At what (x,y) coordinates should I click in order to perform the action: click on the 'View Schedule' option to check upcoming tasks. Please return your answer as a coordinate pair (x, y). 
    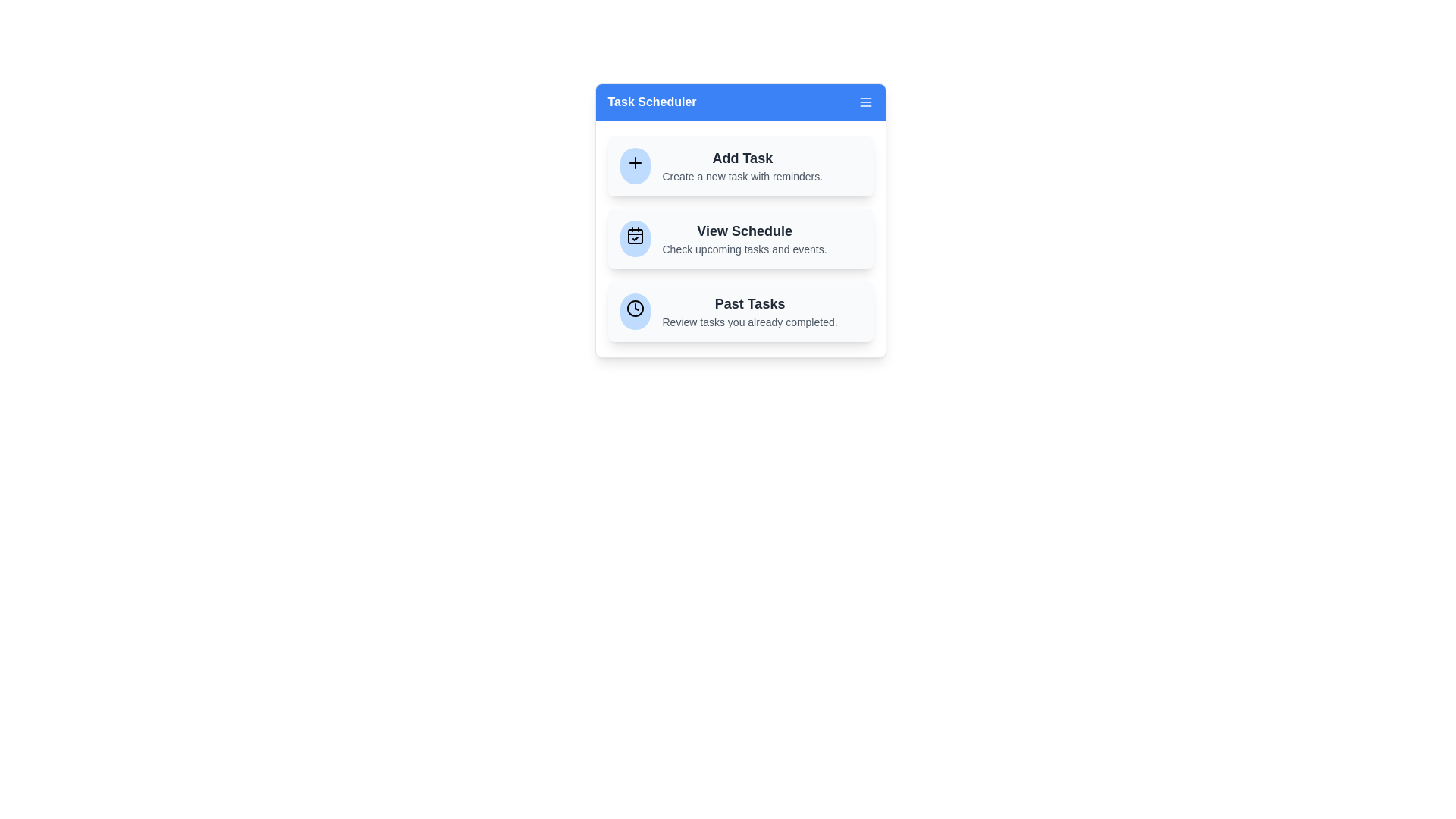
    Looking at the image, I should click on (745, 239).